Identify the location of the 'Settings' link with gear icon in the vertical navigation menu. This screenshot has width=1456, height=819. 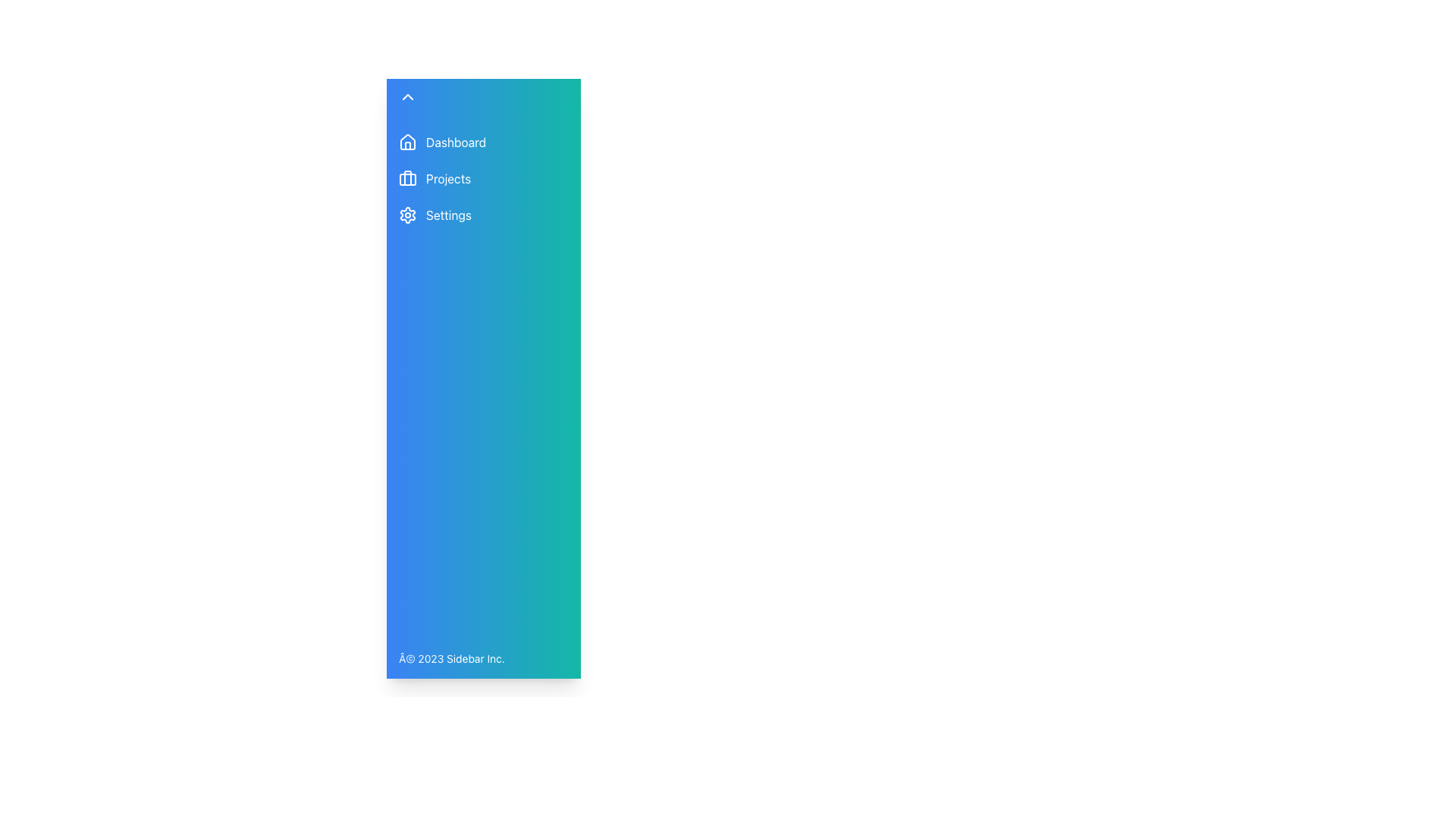
(450, 215).